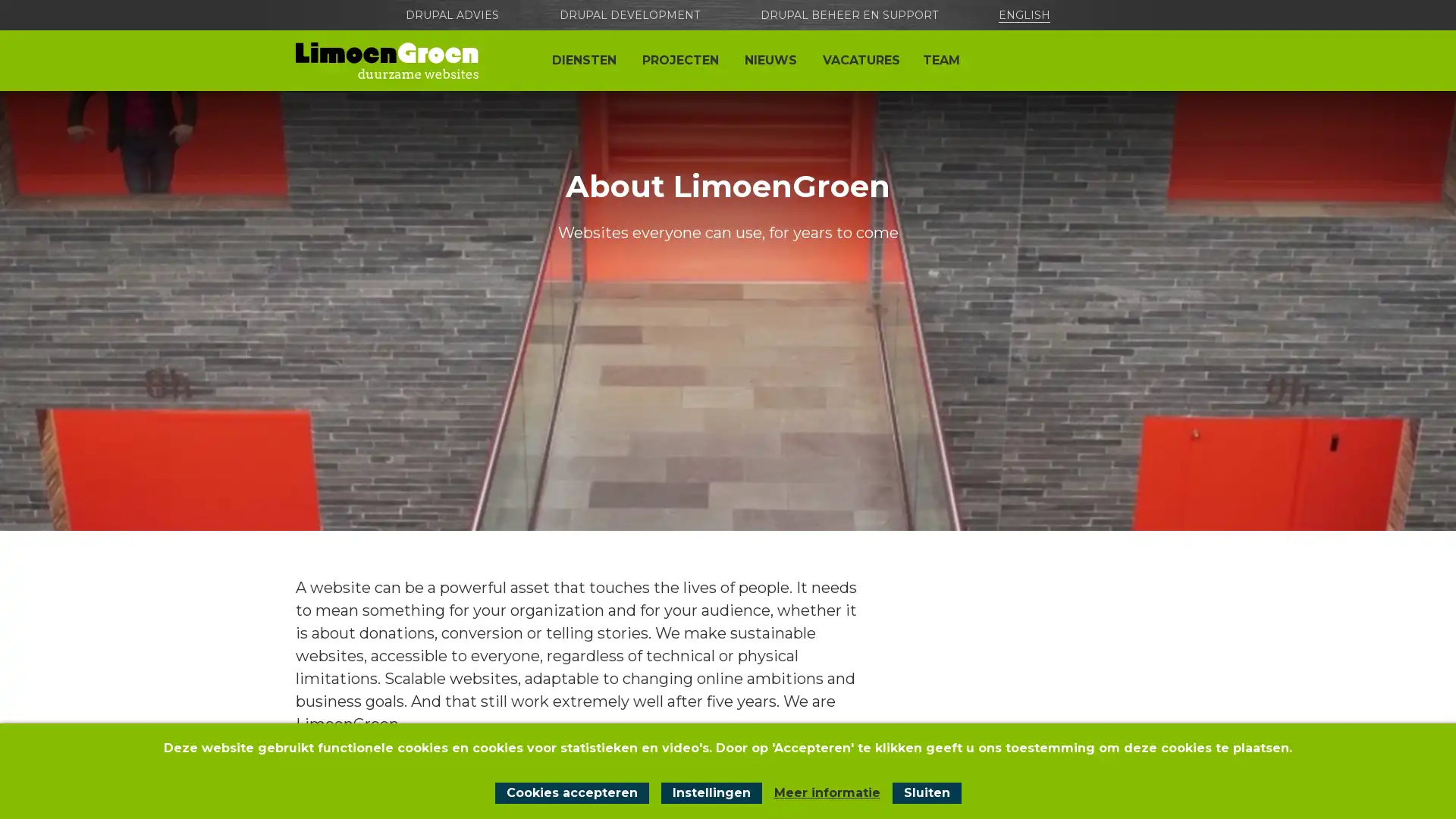 The width and height of the screenshot is (1456, 819). What do you see at coordinates (570, 792) in the screenshot?
I see `Cookies accepteren` at bounding box center [570, 792].